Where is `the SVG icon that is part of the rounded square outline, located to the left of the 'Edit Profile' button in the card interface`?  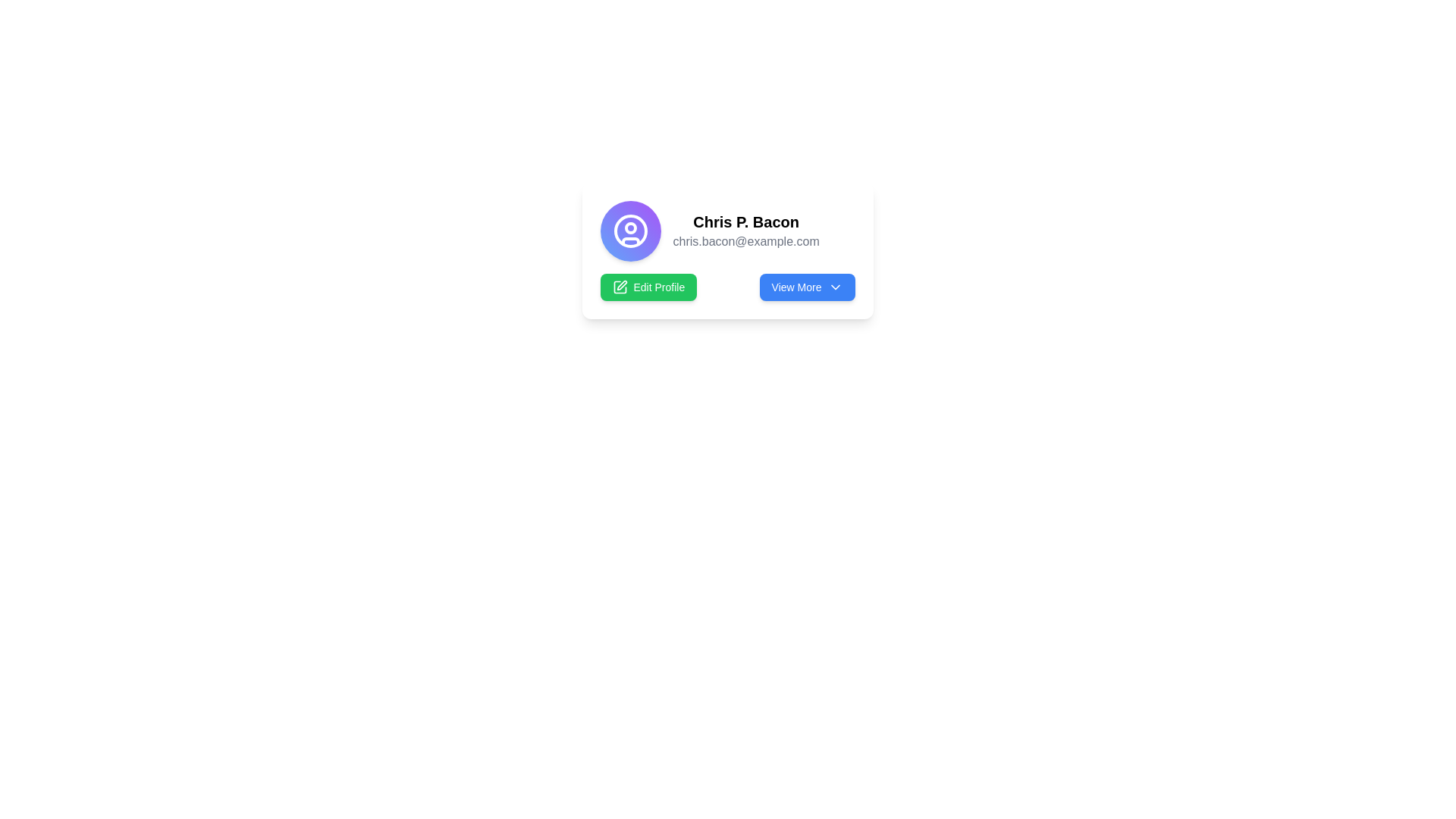
the SVG icon that is part of the rounded square outline, located to the left of the 'Edit Profile' button in the card interface is located at coordinates (620, 287).